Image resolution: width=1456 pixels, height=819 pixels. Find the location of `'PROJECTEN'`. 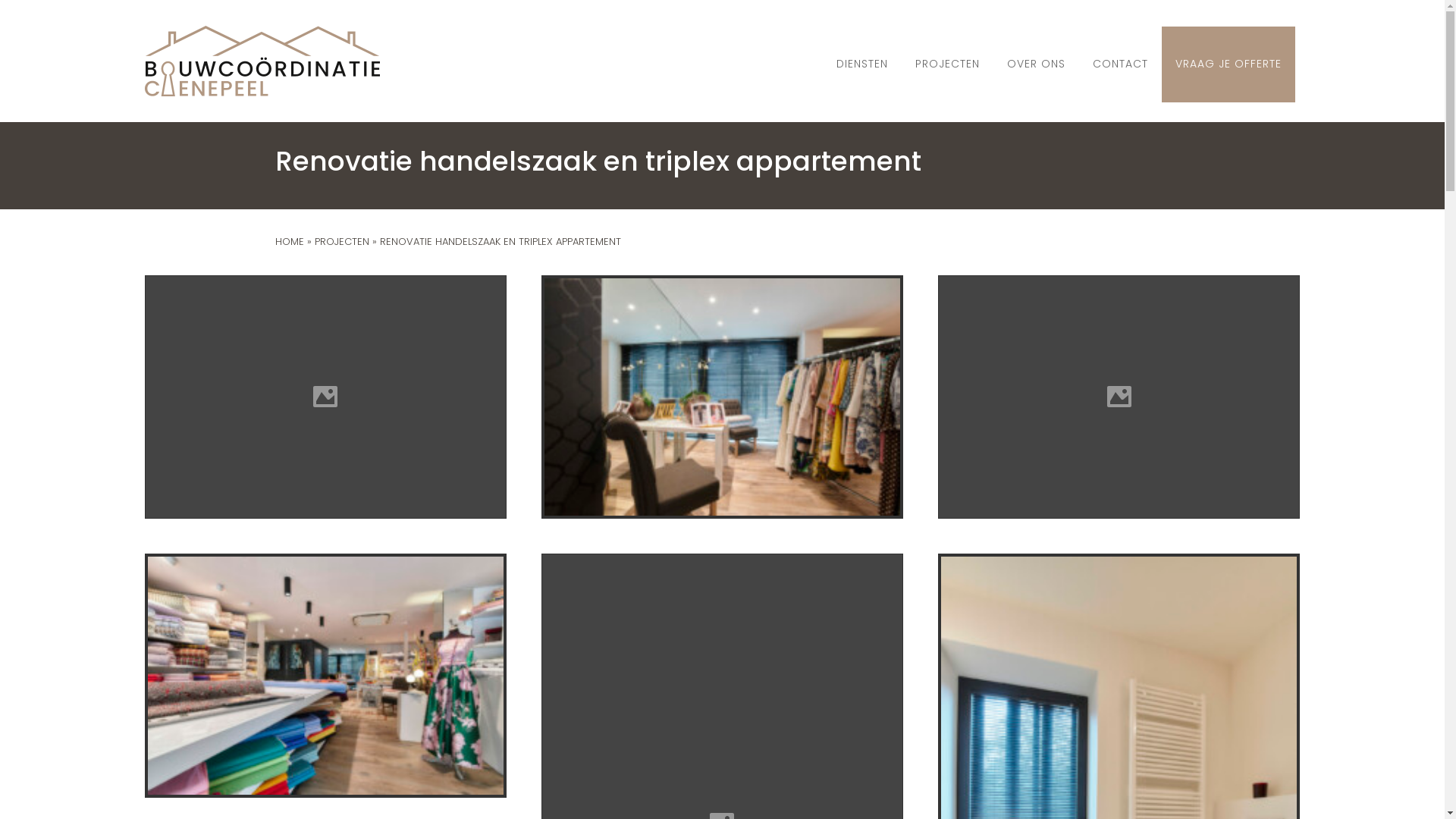

'PROJECTEN' is located at coordinates (340, 240).